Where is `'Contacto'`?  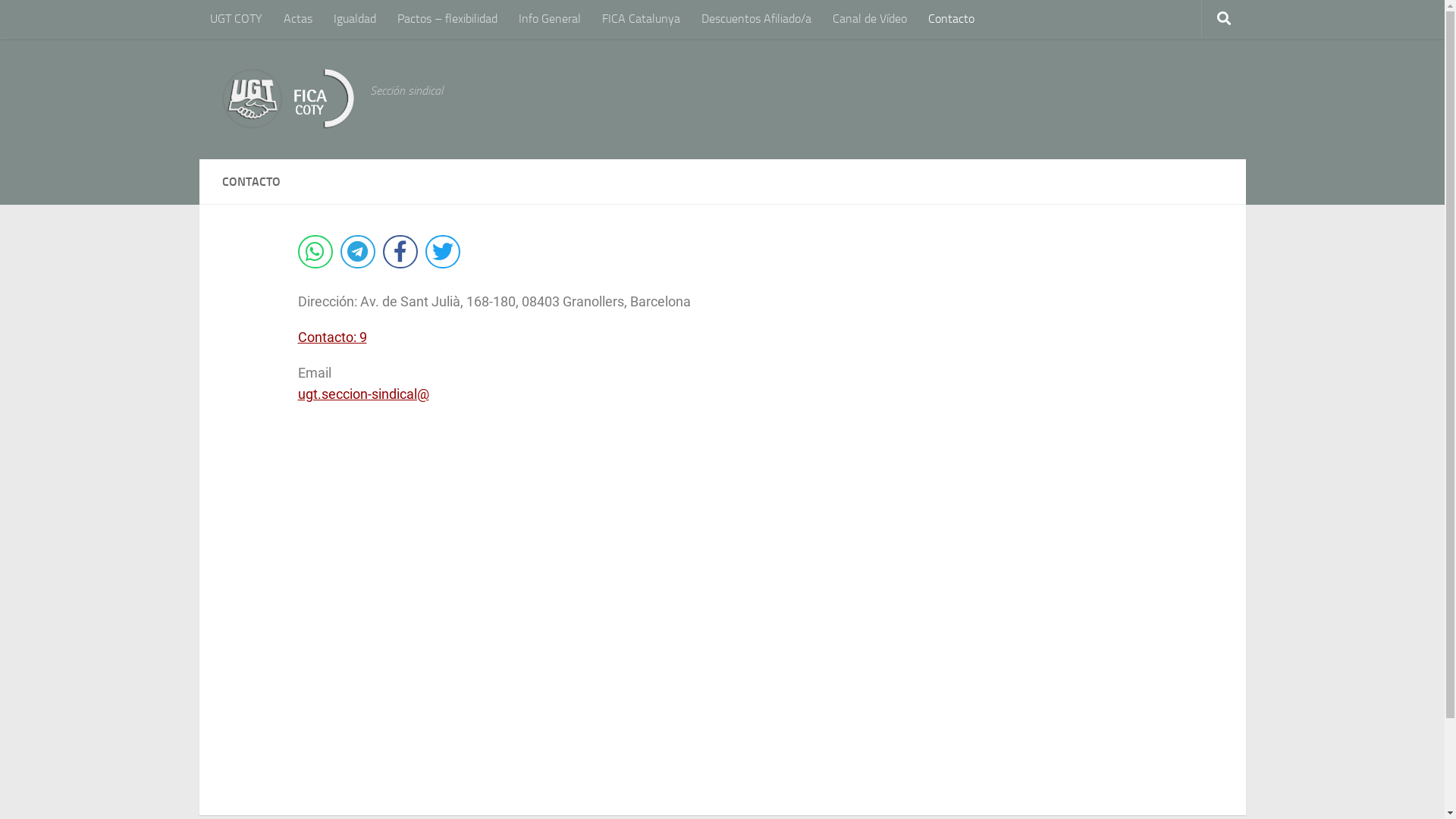
'Contacto' is located at coordinates (950, 18).